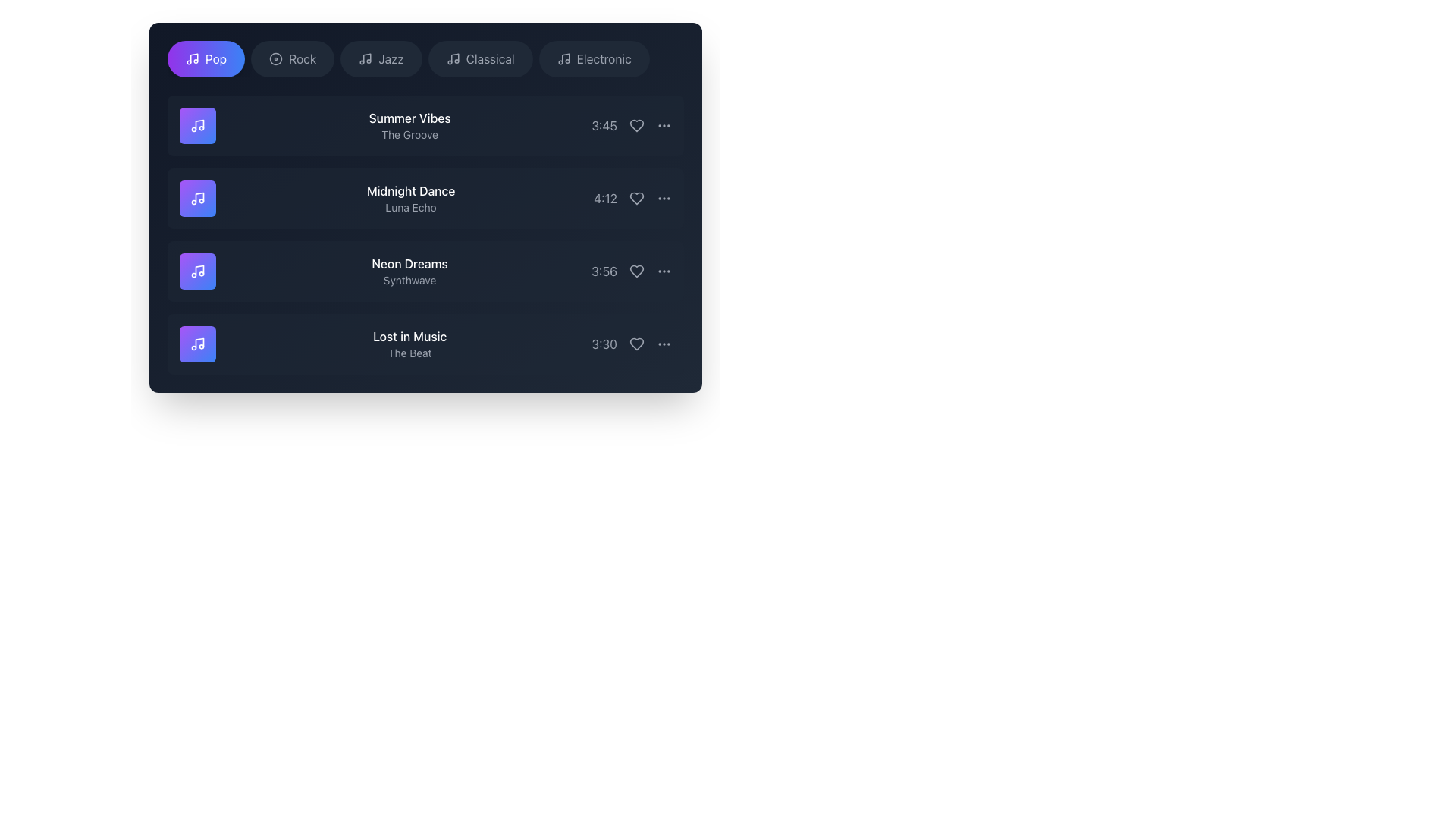 The width and height of the screenshot is (1456, 819). Describe the element at coordinates (196, 271) in the screenshot. I see `the icon representing the song 'Neon Dreams' in the list, which is the first item on the left for the genre 'Synthwave'` at that location.